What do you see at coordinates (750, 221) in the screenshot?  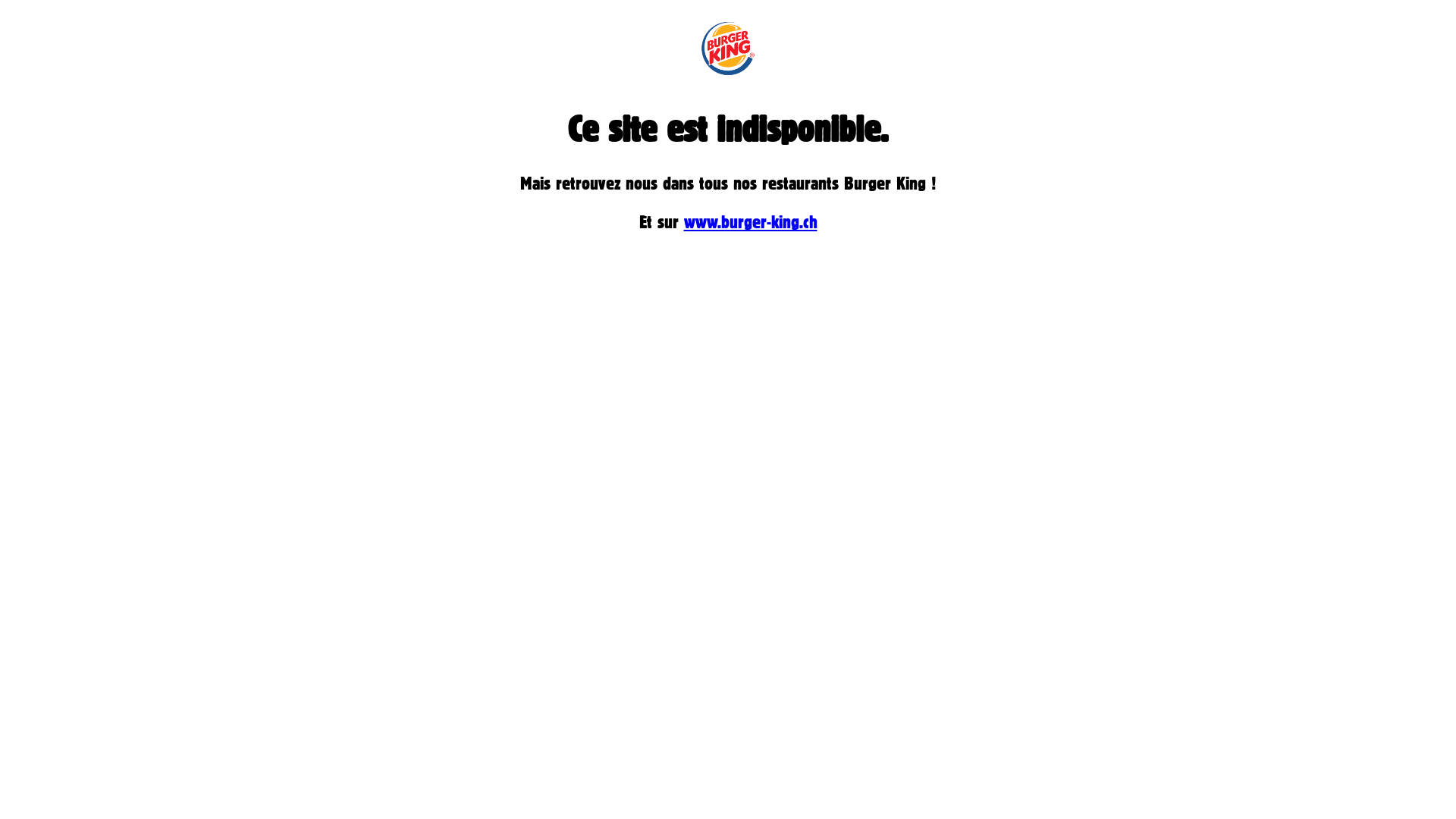 I see `'www.burger-king.ch'` at bounding box center [750, 221].